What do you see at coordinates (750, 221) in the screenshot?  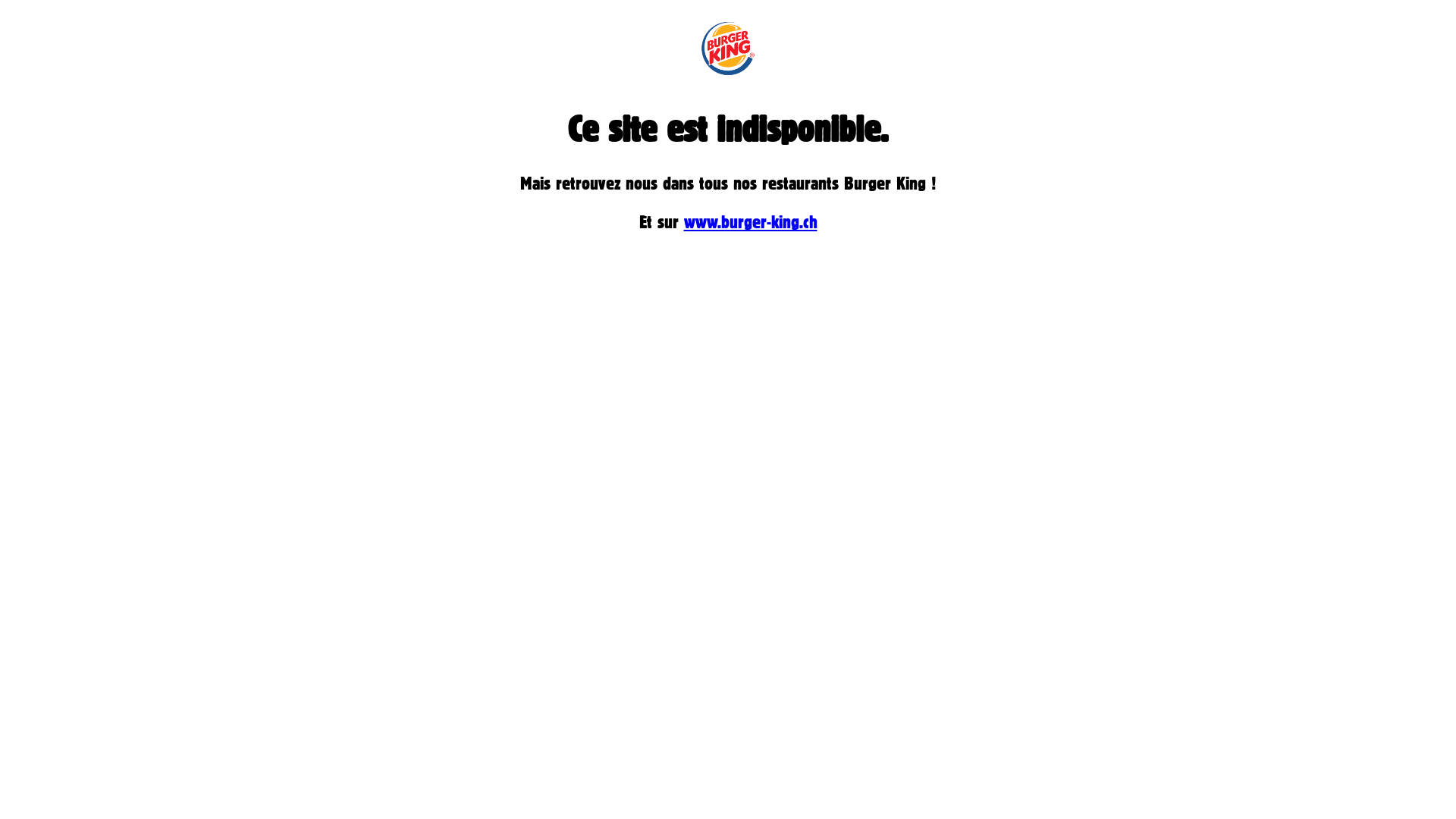 I see `'www.burger-king.ch'` at bounding box center [750, 221].